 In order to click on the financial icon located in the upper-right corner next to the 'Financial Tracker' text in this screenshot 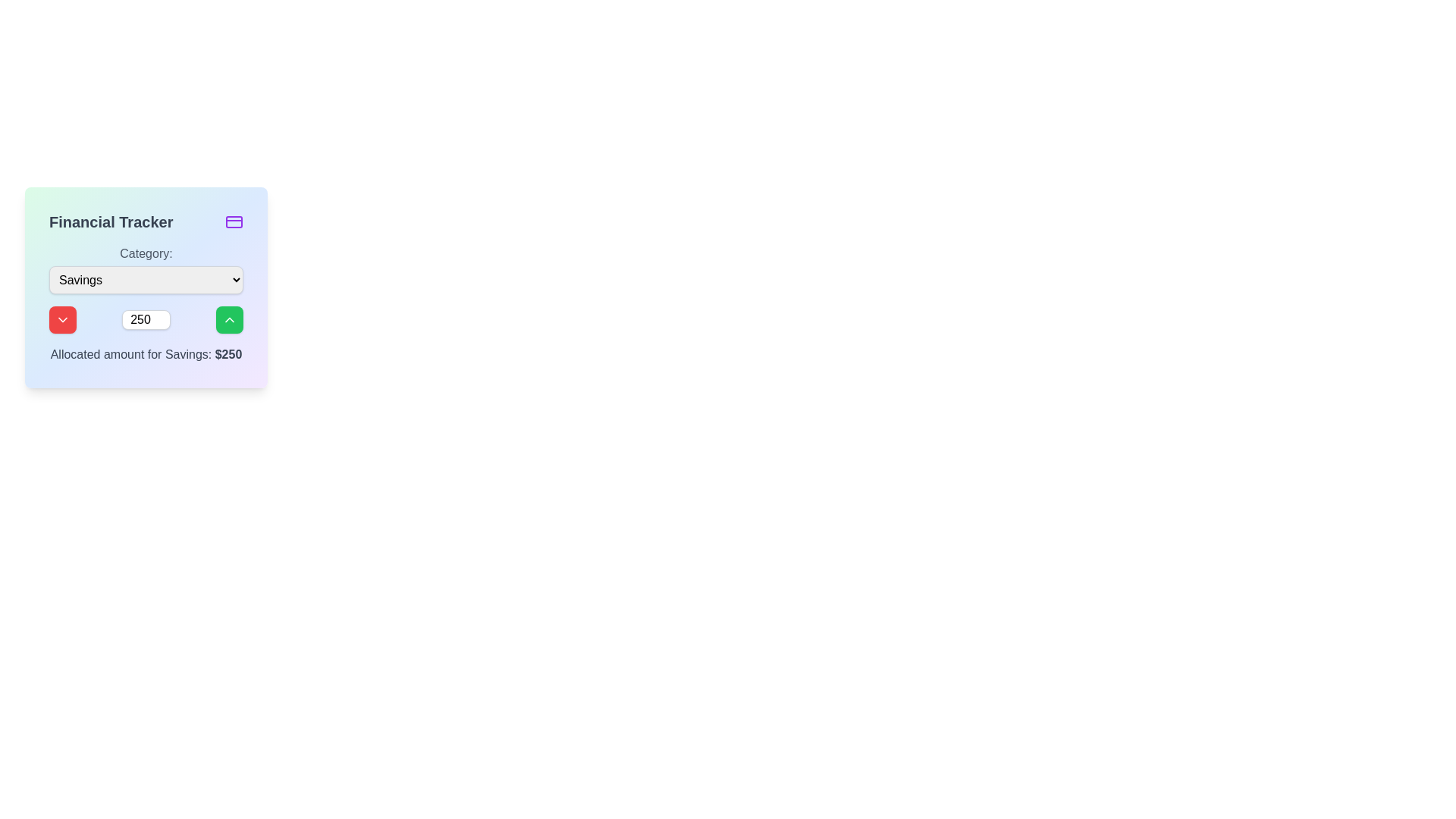, I will do `click(233, 222)`.